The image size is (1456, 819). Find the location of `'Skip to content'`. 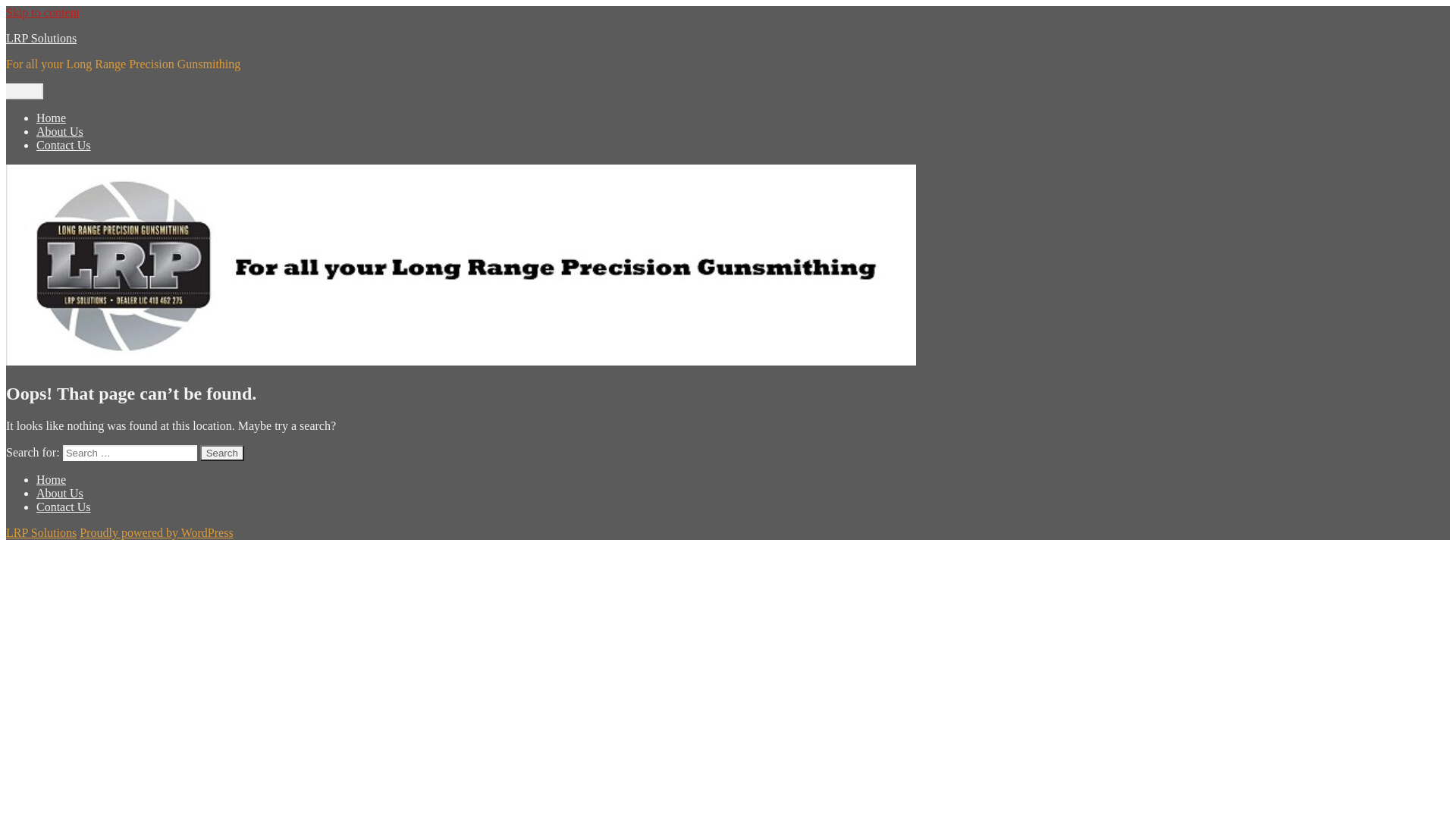

'Skip to content' is located at coordinates (42, 12).